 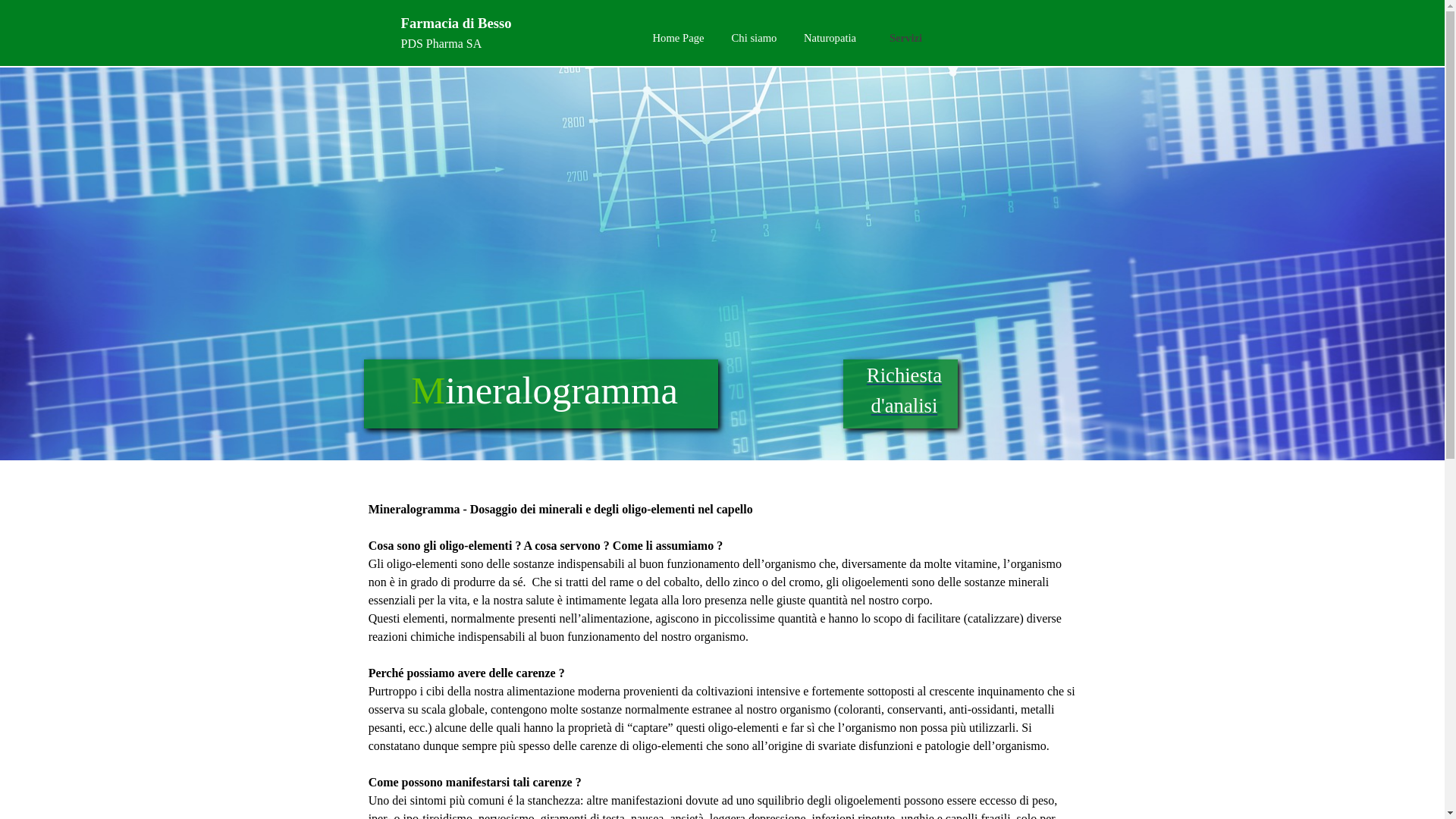 I want to click on 'Richiesta d'analisi', so click(x=903, y=390).